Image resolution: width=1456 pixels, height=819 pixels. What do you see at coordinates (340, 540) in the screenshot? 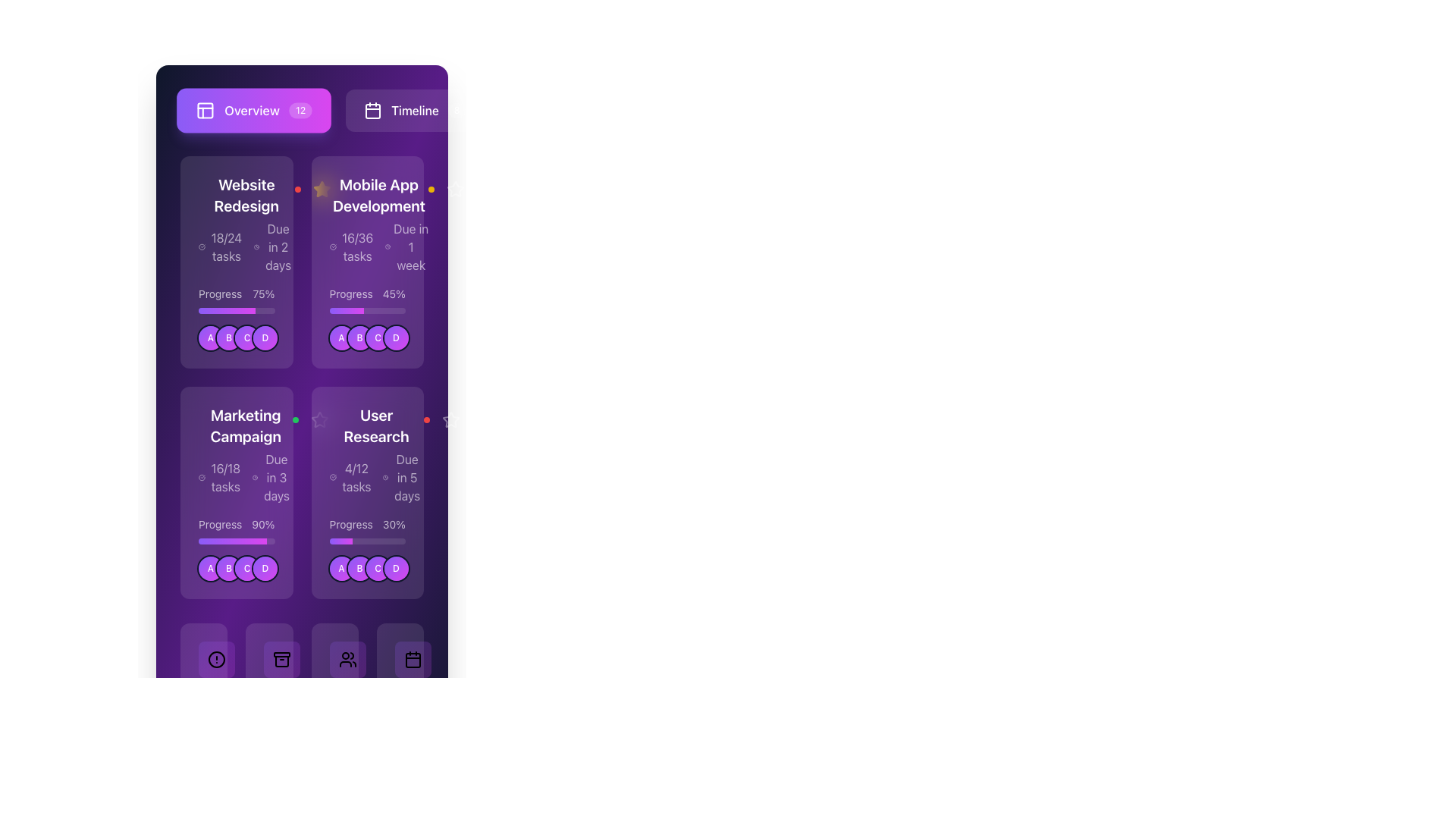
I see `the progress bar segment that is violet to fuchsia in color, located within the 'User Research' card on the bottom row of the layout` at bounding box center [340, 540].